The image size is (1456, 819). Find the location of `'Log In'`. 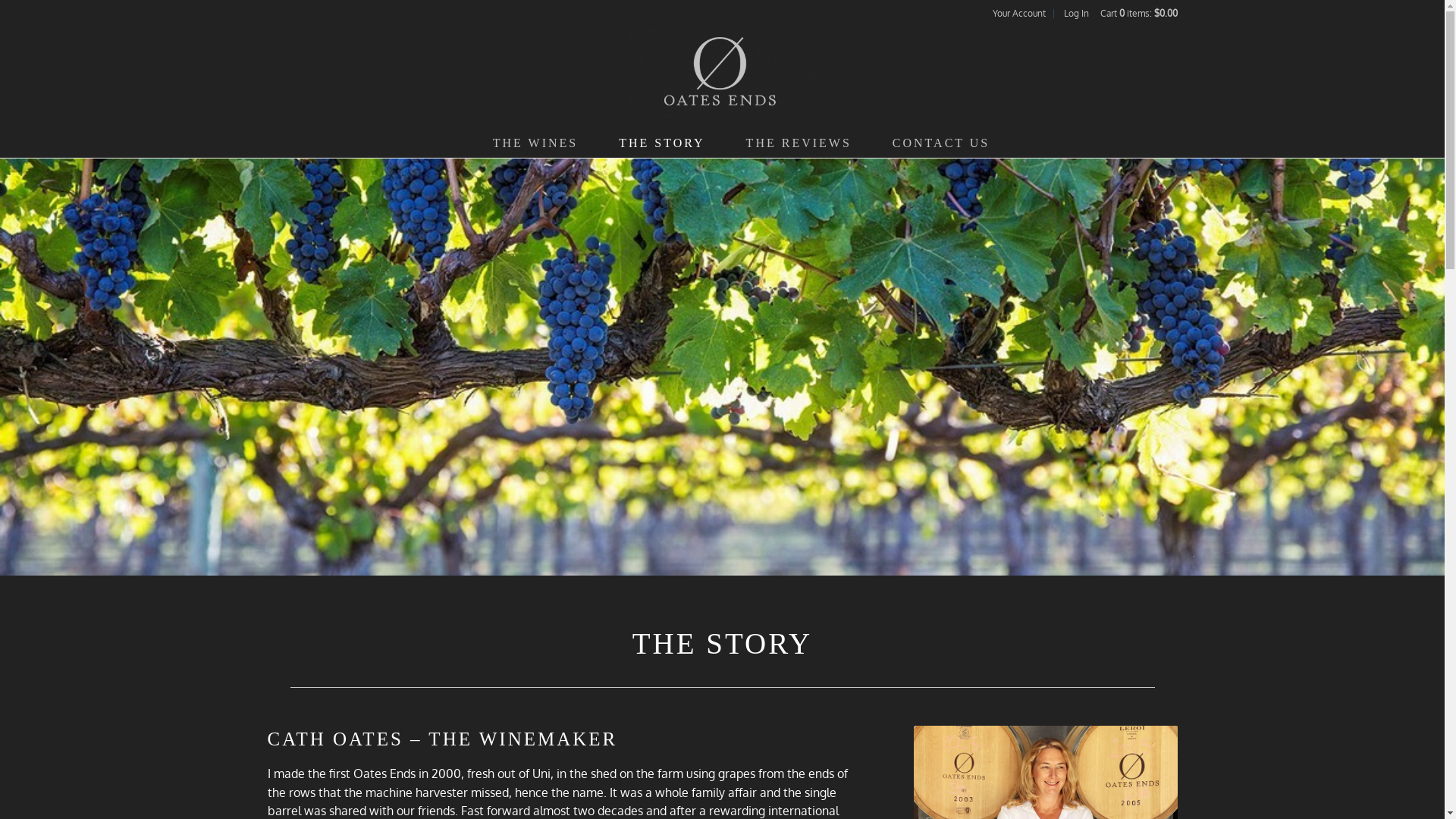

'Log In' is located at coordinates (1075, 13).